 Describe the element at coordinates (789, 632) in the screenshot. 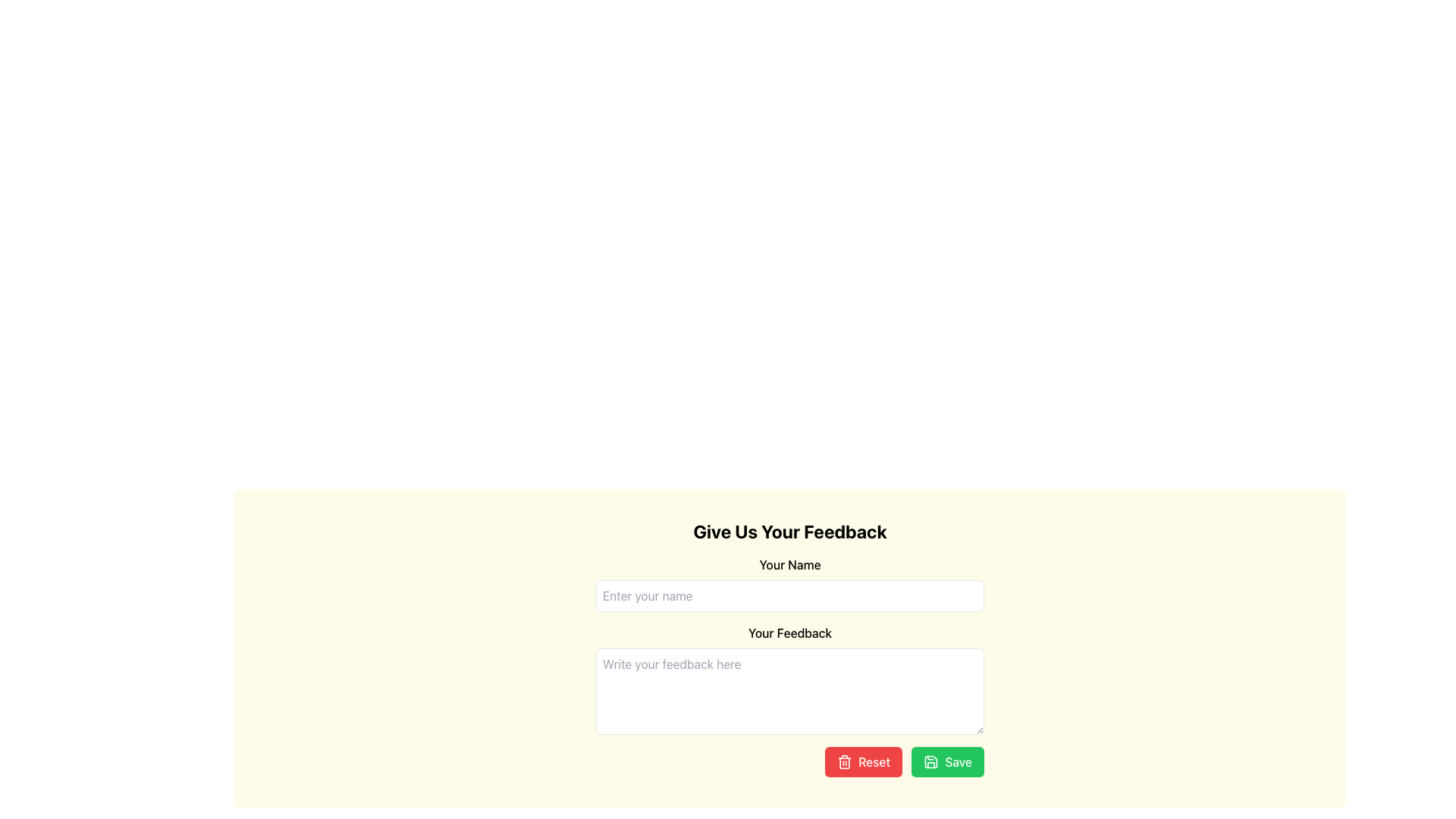

I see `label indicating the purpose of the feedback field located between the input field 'Enter your name' and the feedback text area` at that location.